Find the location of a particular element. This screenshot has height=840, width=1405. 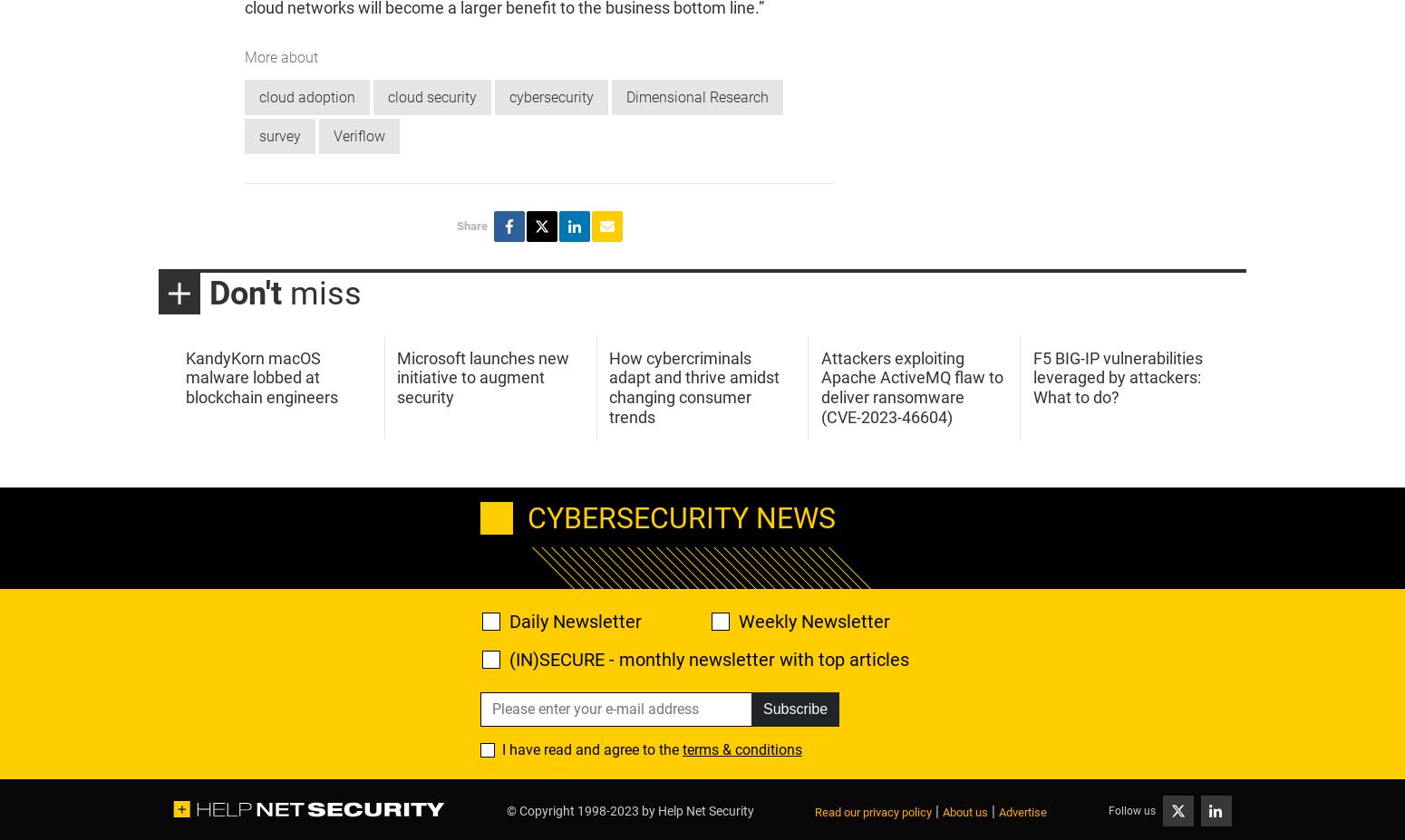

'(IN)SECURE - monthly newsletter with top articles' is located at coordinates (708, 658).